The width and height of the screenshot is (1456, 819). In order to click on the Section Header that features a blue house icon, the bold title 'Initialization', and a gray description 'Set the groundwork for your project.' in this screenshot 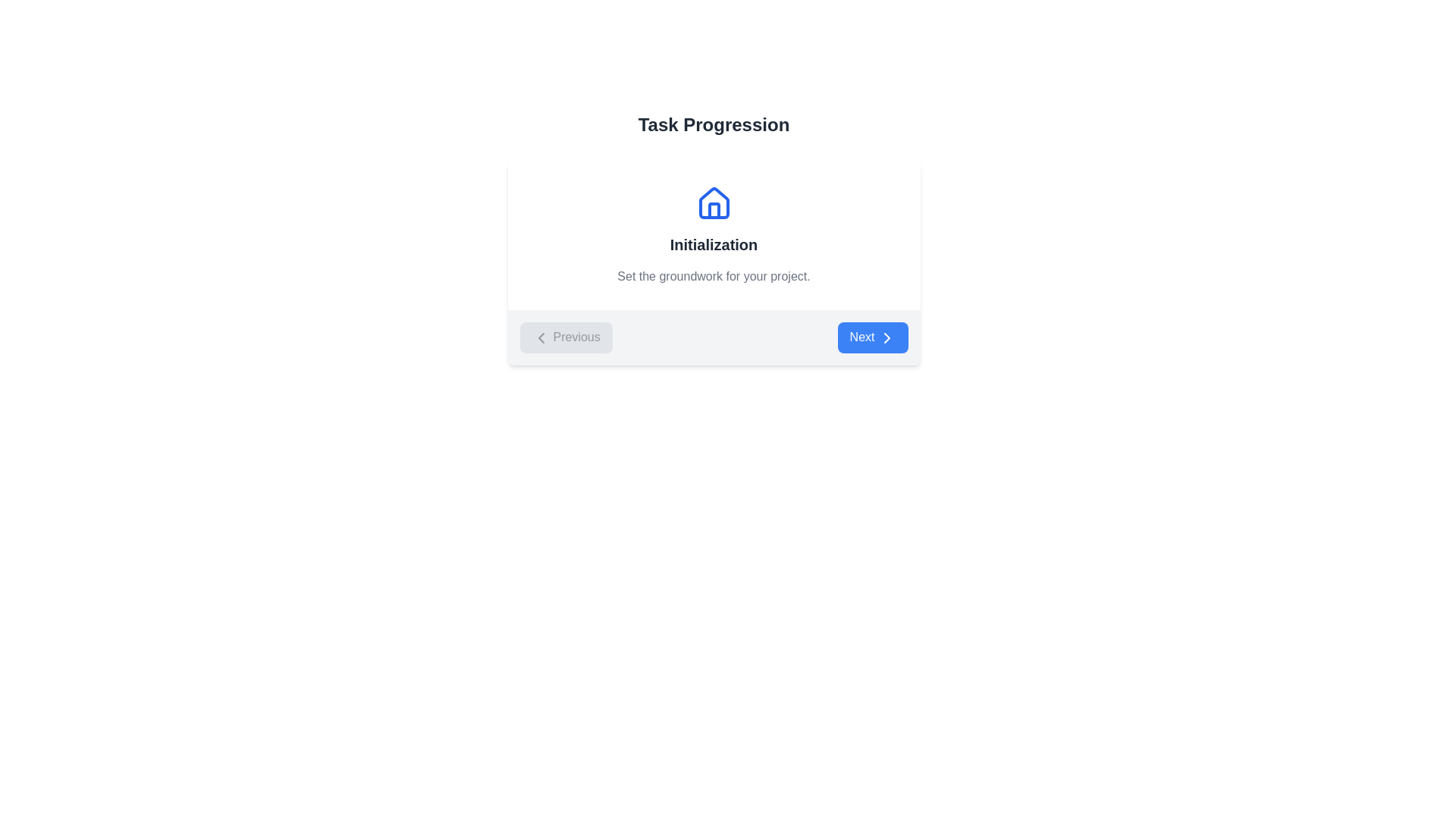, I will do `click(713, 236)`.